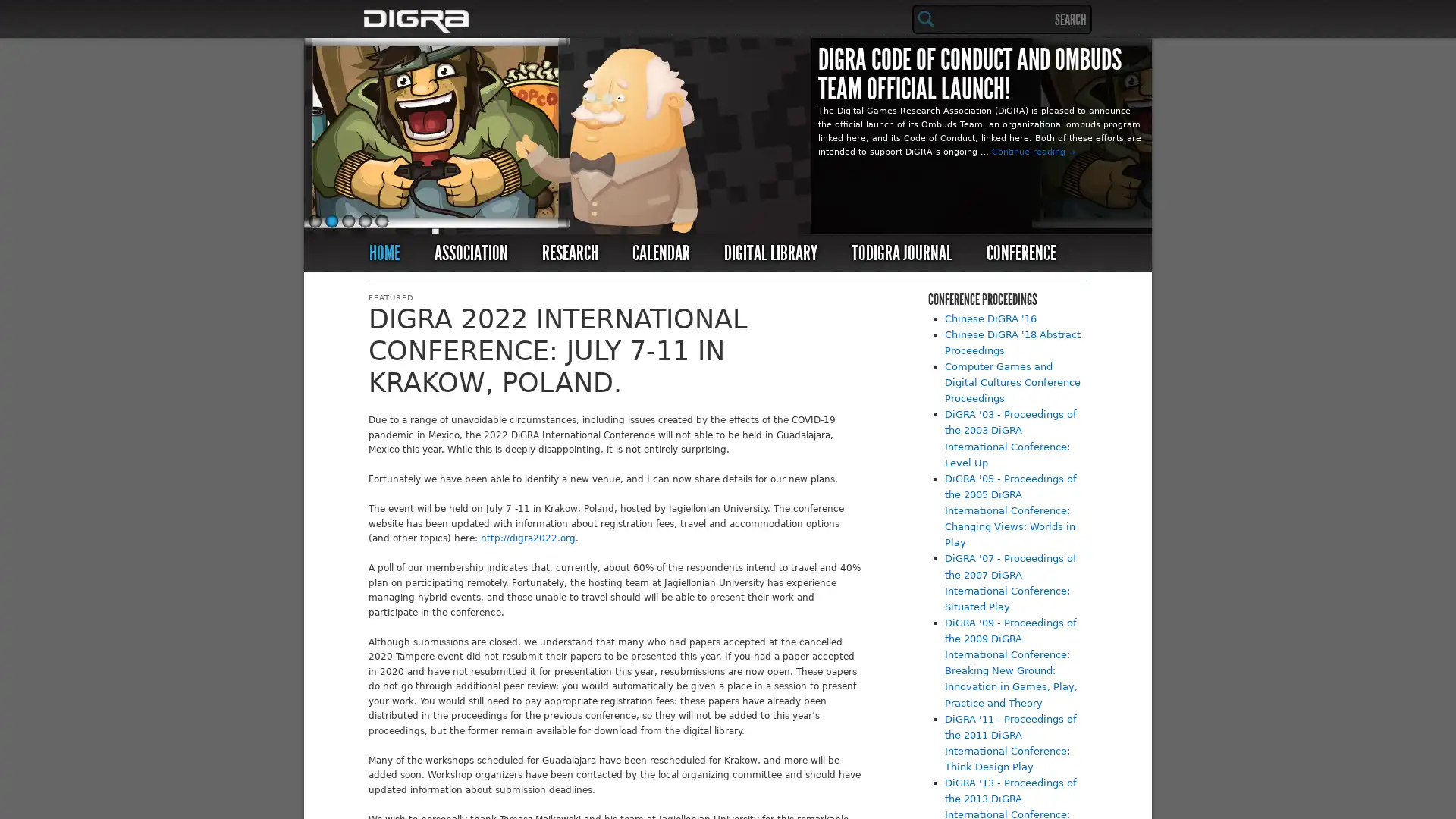 This screenshot has height=819, width=1456. I want to click on Search, so click(925, 19).